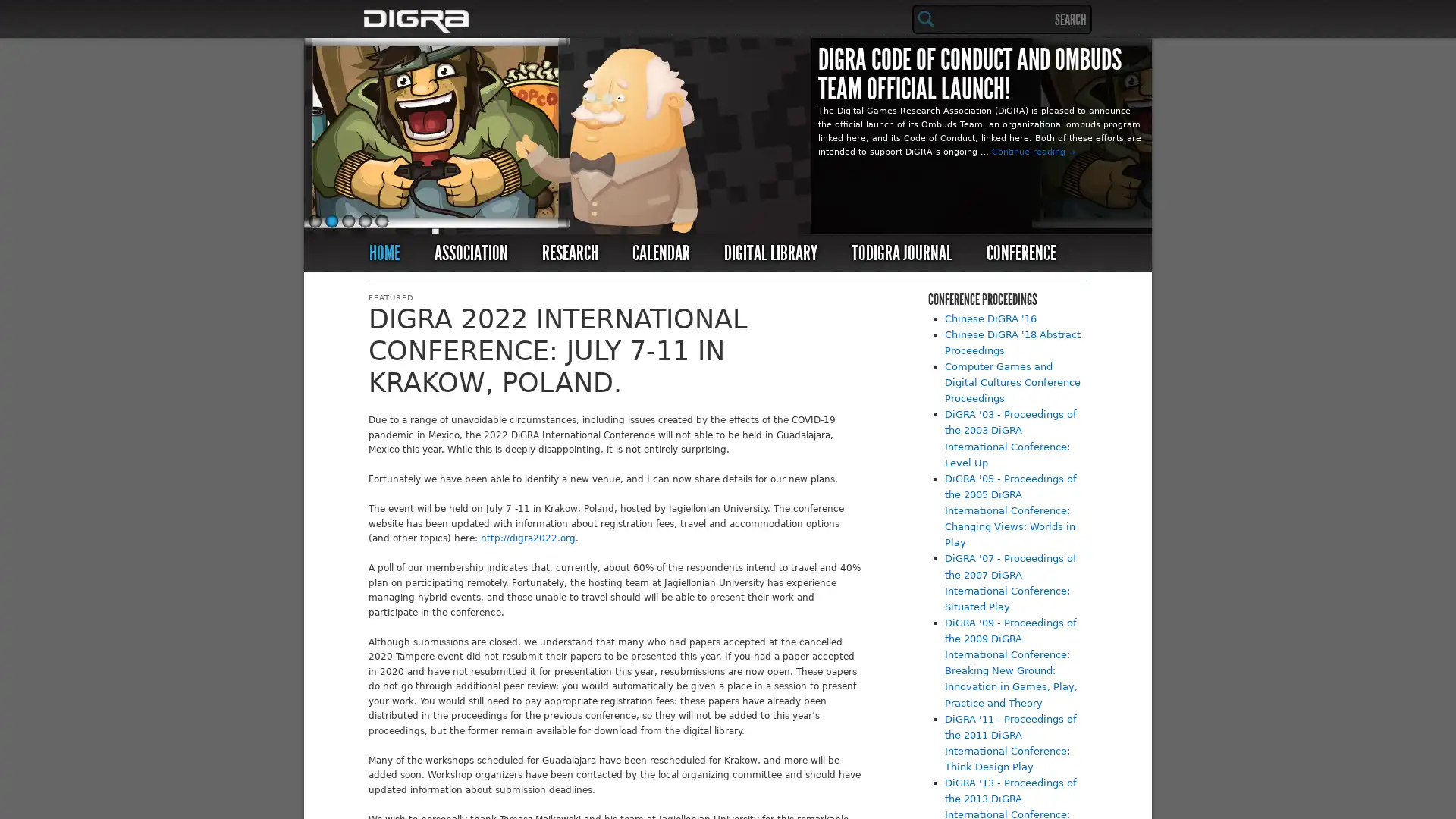 This screenshot has height=819, width=1456. I want to click on Search, so click(925, 19).